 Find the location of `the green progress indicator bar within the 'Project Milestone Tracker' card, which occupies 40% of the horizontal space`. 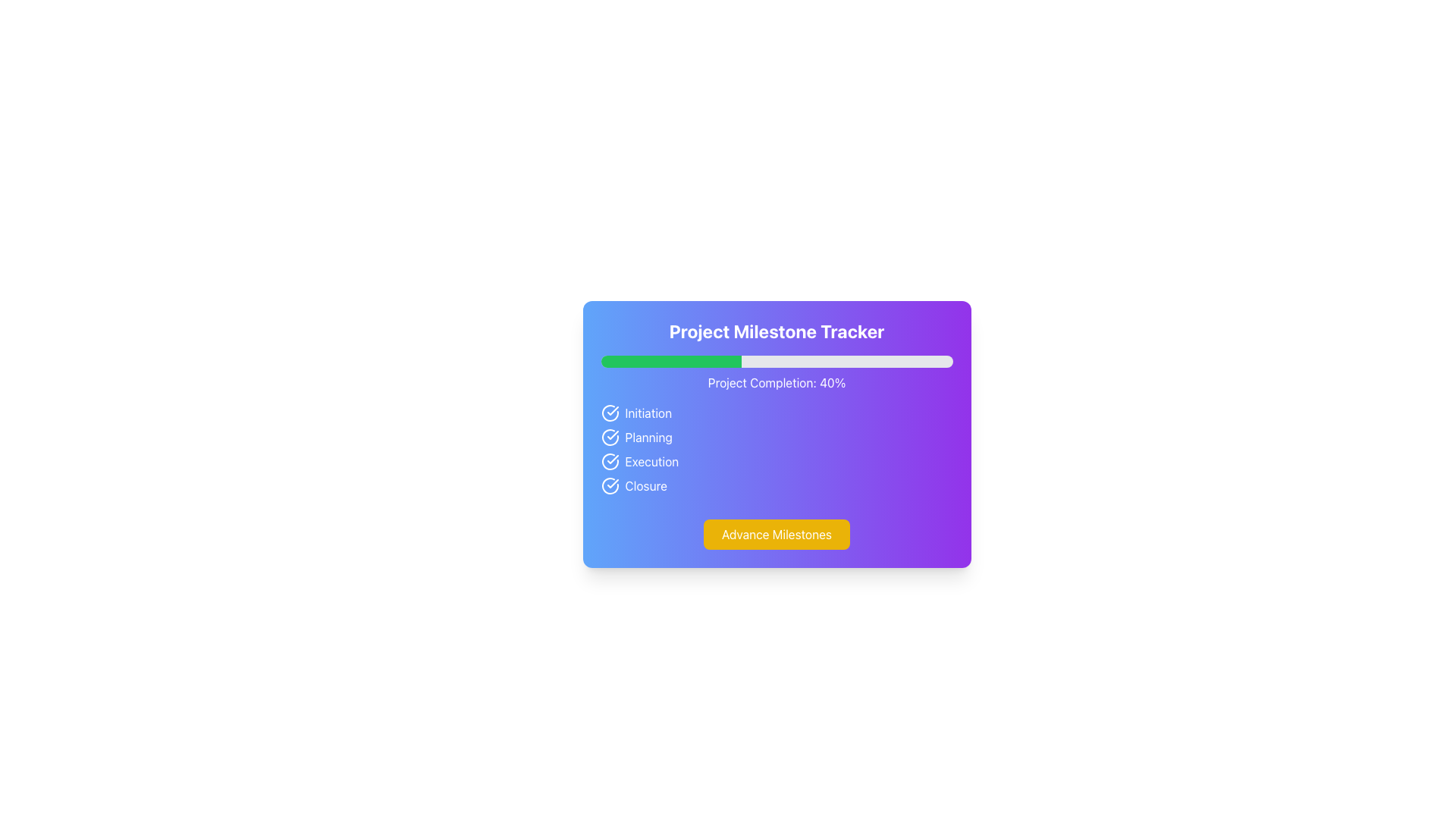

the green progress indicator bar within the 'Project Milestone Tracker' card, which occupies 40% of the horizontal space is located at coordinates (670, 362).